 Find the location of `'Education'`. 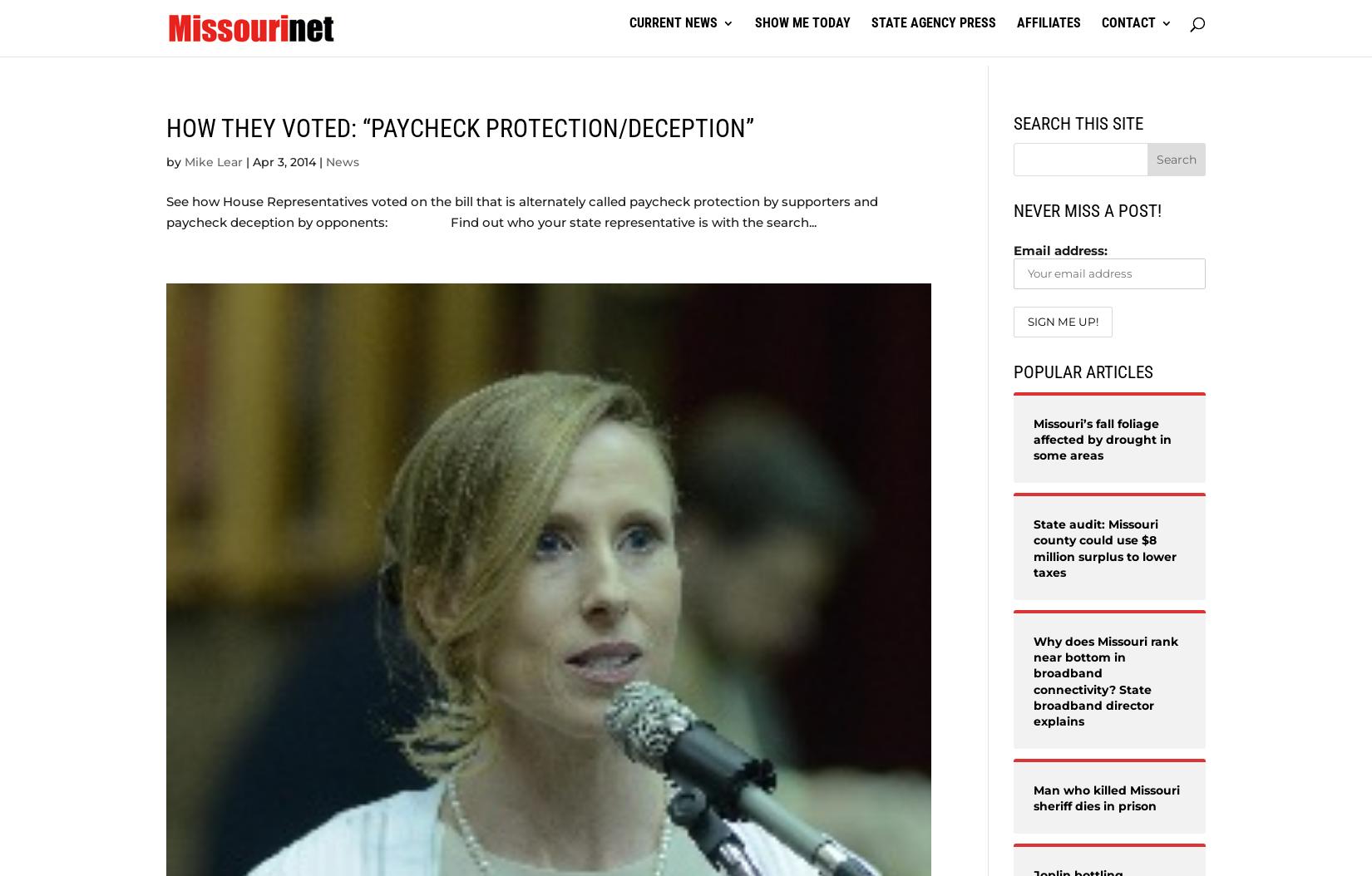

'Education' is located at coordinates (200, 136).